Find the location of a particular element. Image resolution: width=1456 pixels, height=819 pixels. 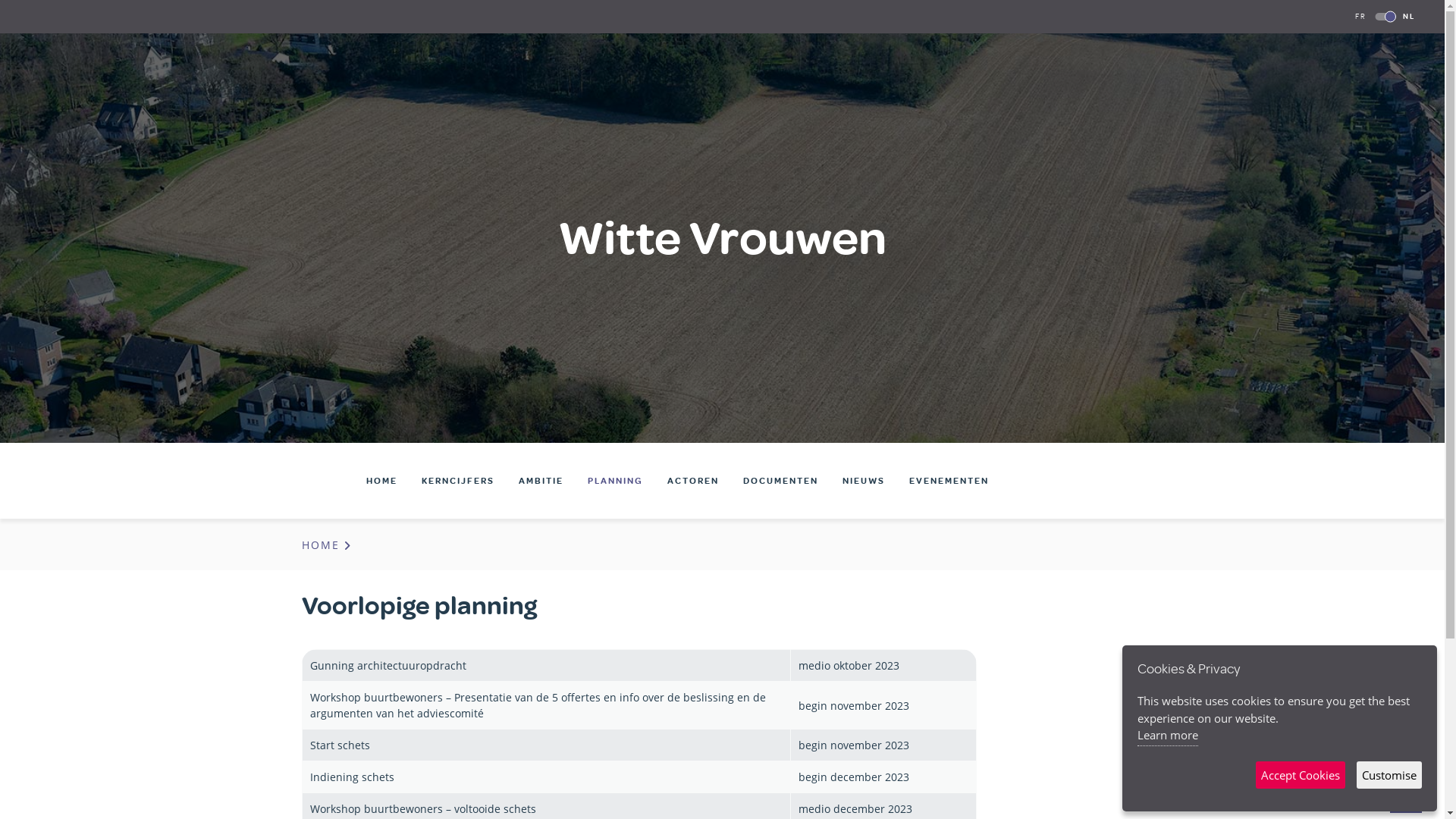

'PLANNING' is located at coordinates (615, 480).